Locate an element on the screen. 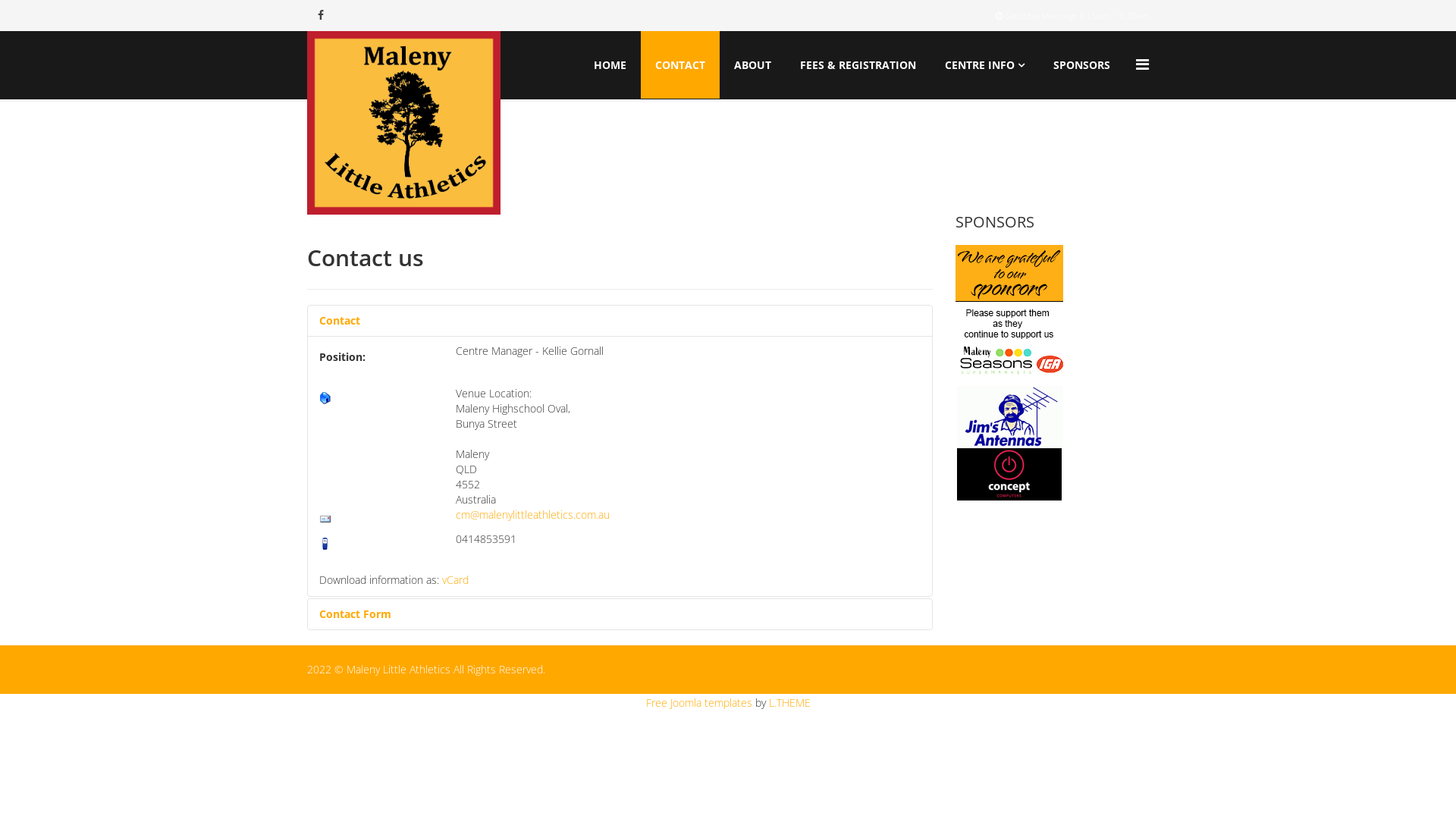 The height and width of the screenshot is (819, 1456). 'FEES & REGISTRATION' is located at coordinates (858, 64).